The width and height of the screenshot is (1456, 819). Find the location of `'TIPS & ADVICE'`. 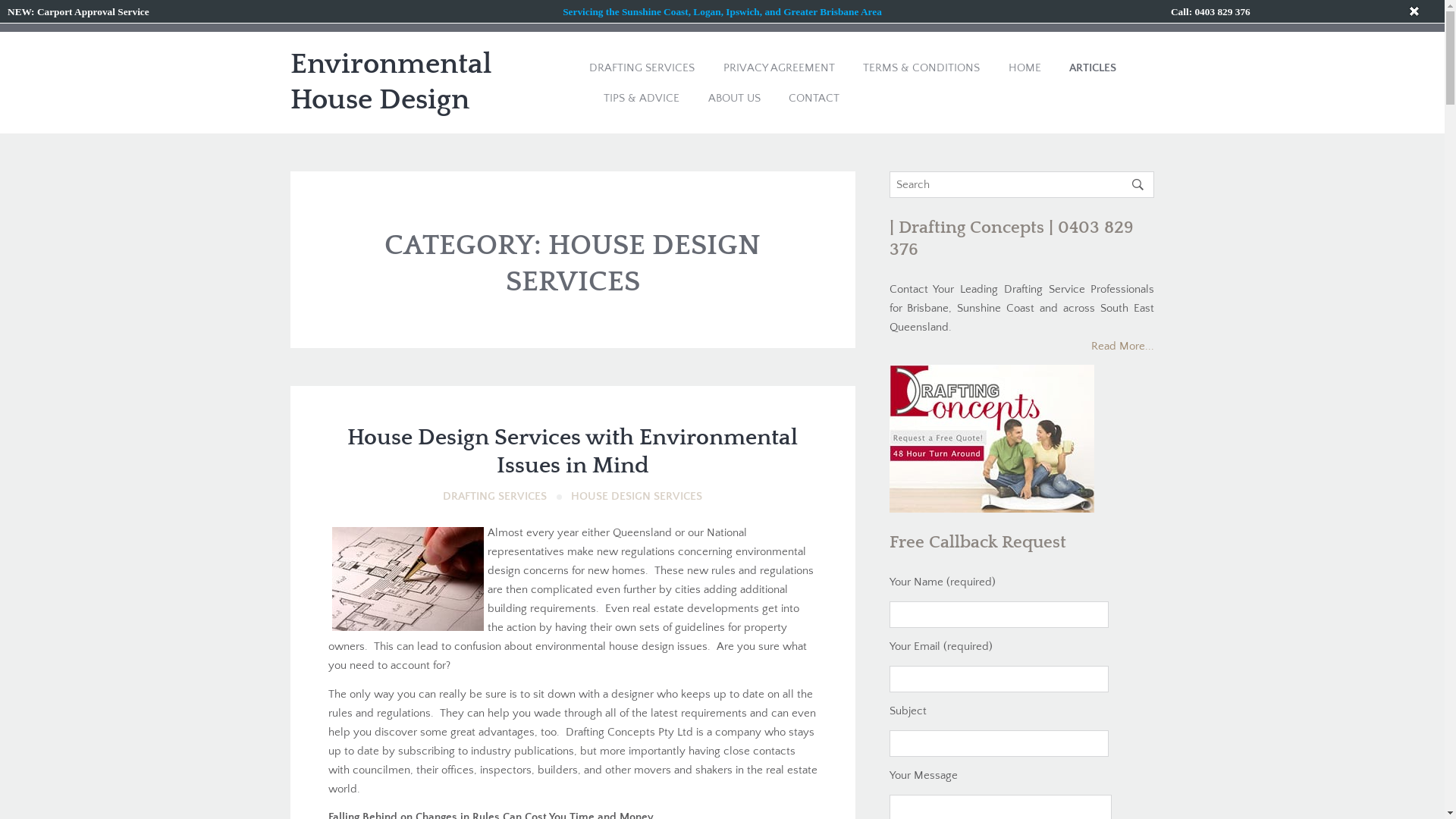

'TIPS & ADVICE' is located at coordinates (603, 97).